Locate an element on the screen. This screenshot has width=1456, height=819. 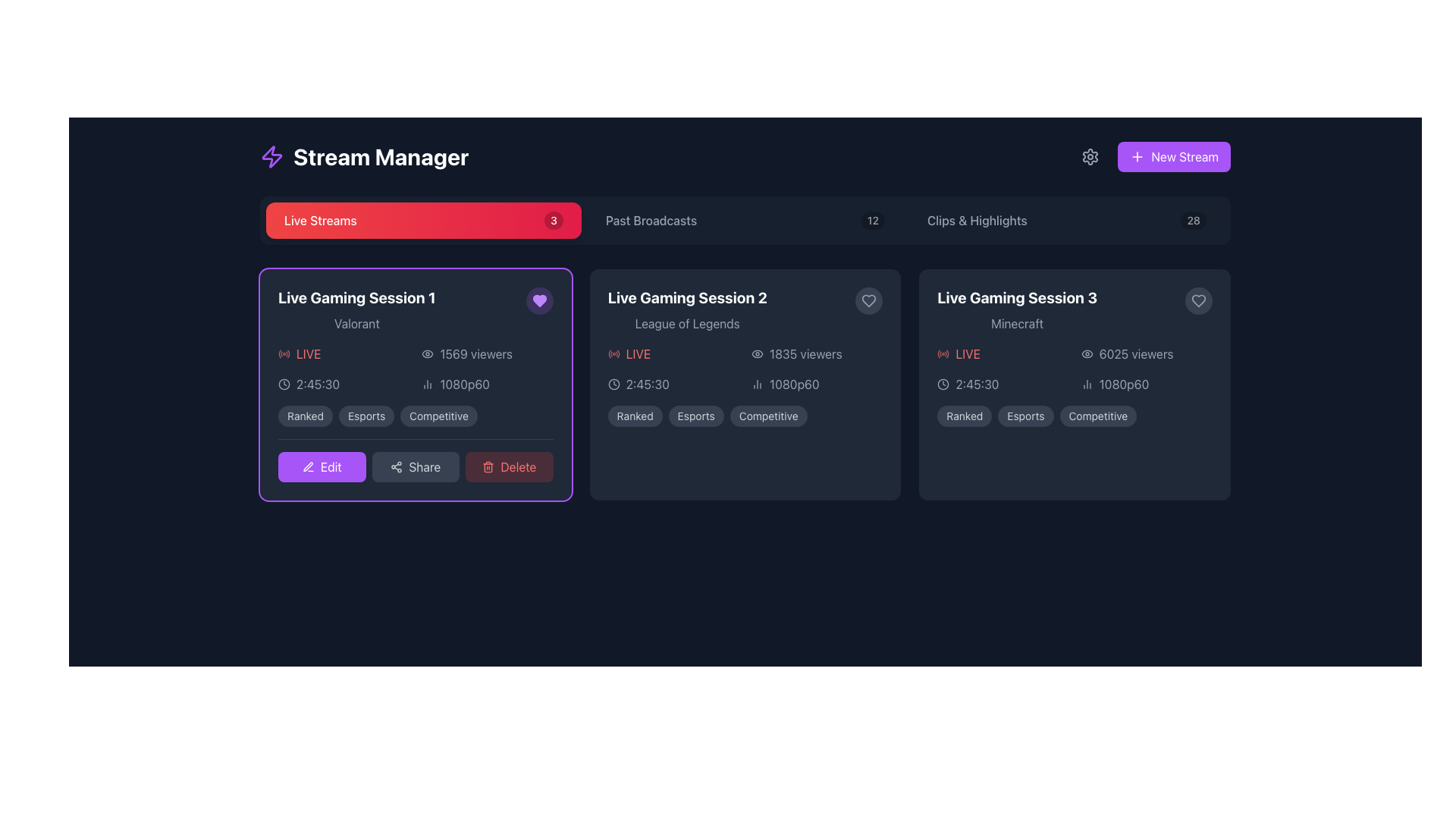
the clock icon representing time, located to the left of the time text '2:45:30' within the first session card labeled 'Live Gaming Session 1' is located at coordinates (284, 383).